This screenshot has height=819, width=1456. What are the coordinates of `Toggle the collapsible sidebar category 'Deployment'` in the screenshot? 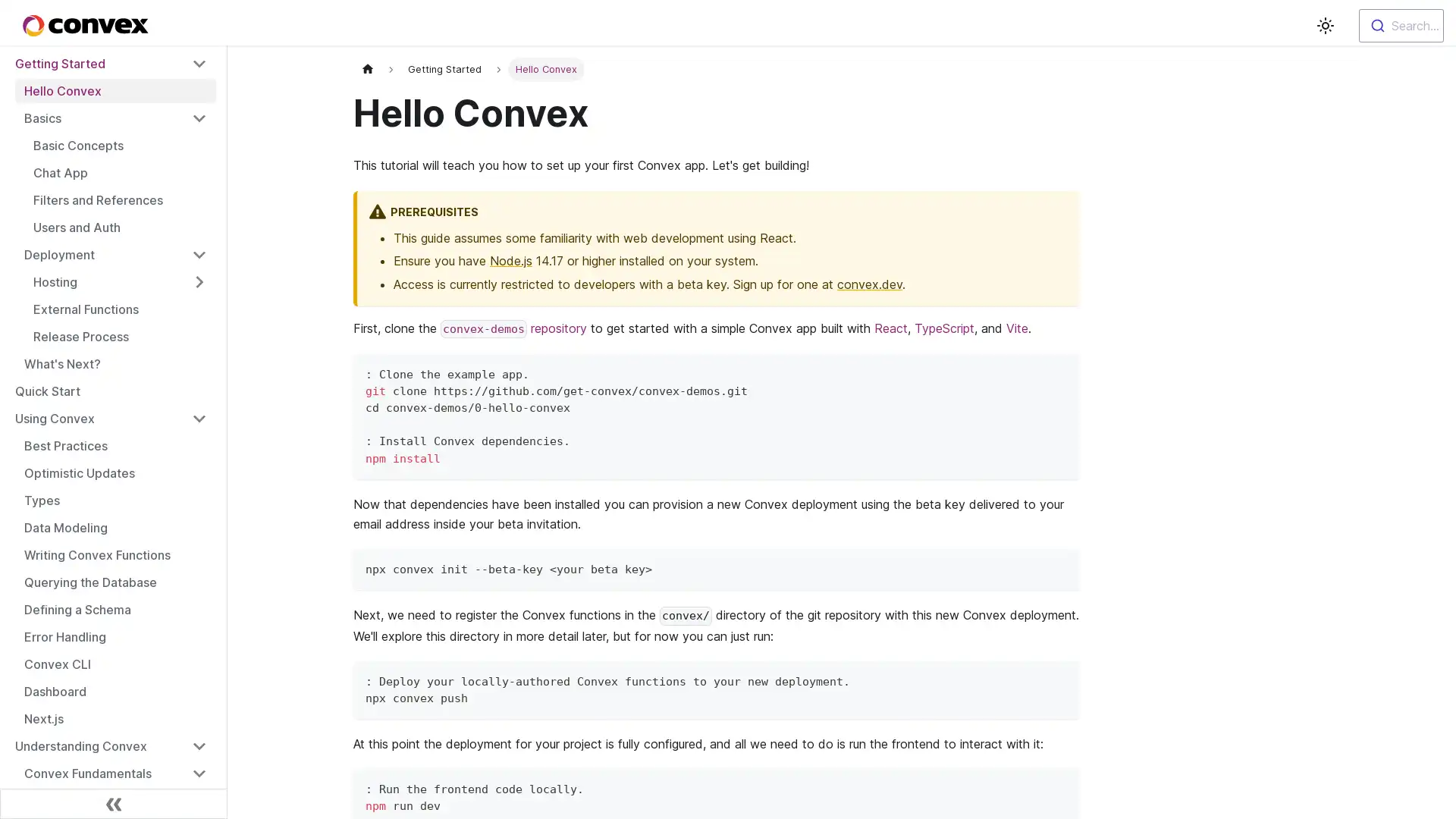 It's located at (199, 253).